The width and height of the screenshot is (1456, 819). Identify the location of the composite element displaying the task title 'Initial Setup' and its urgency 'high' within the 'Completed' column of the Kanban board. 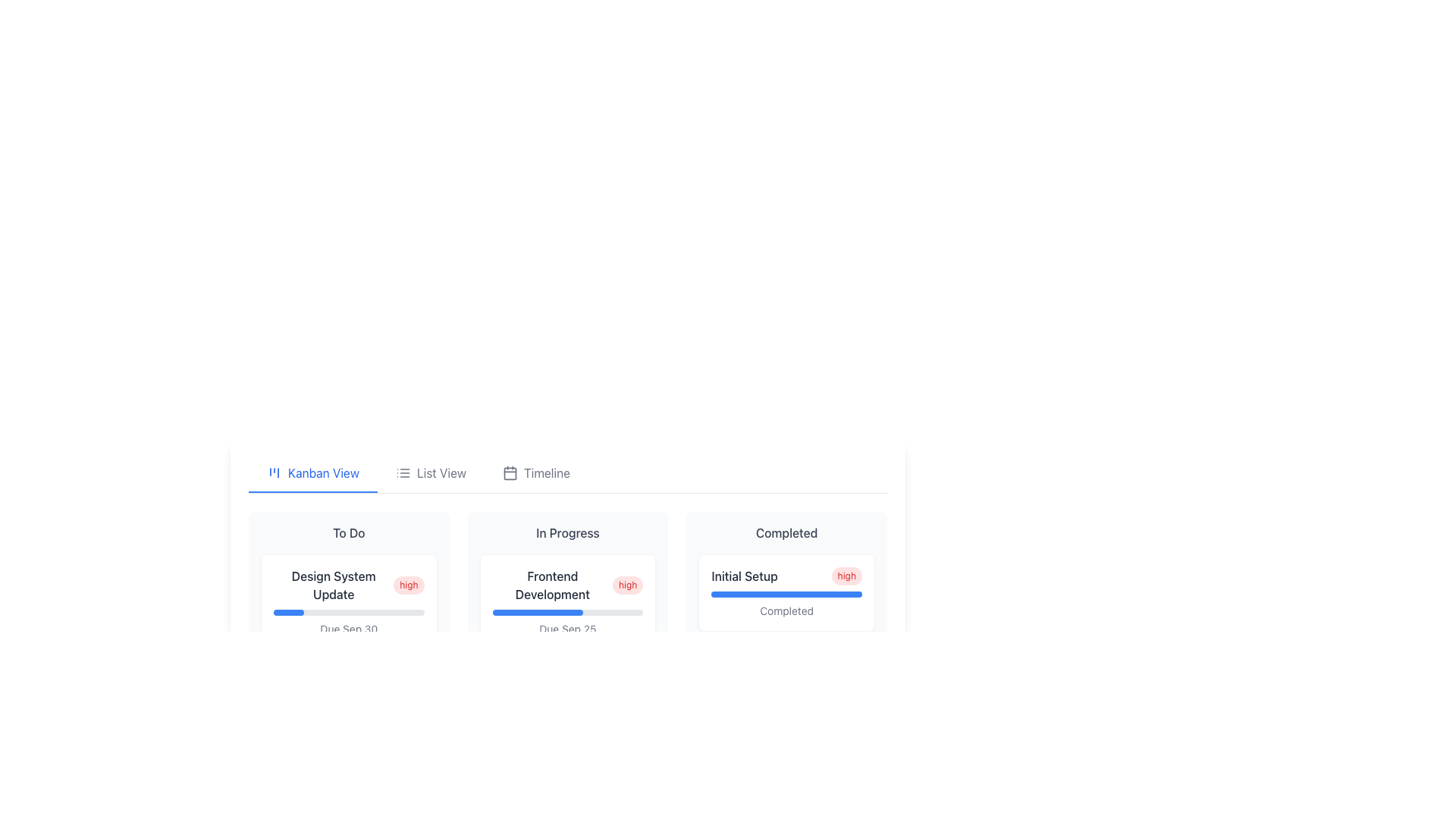
(786, 576).